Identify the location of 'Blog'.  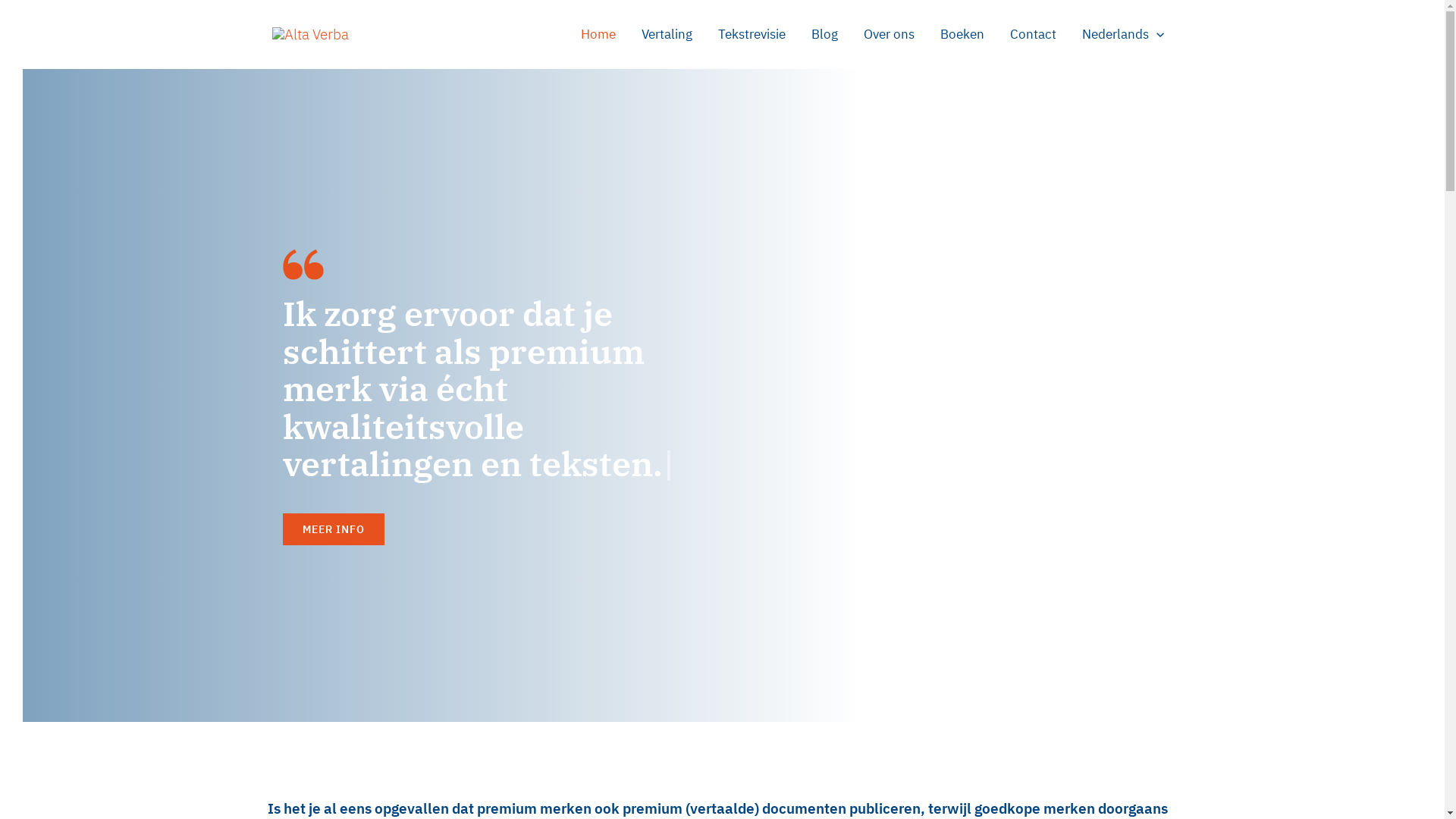
(824, 34).